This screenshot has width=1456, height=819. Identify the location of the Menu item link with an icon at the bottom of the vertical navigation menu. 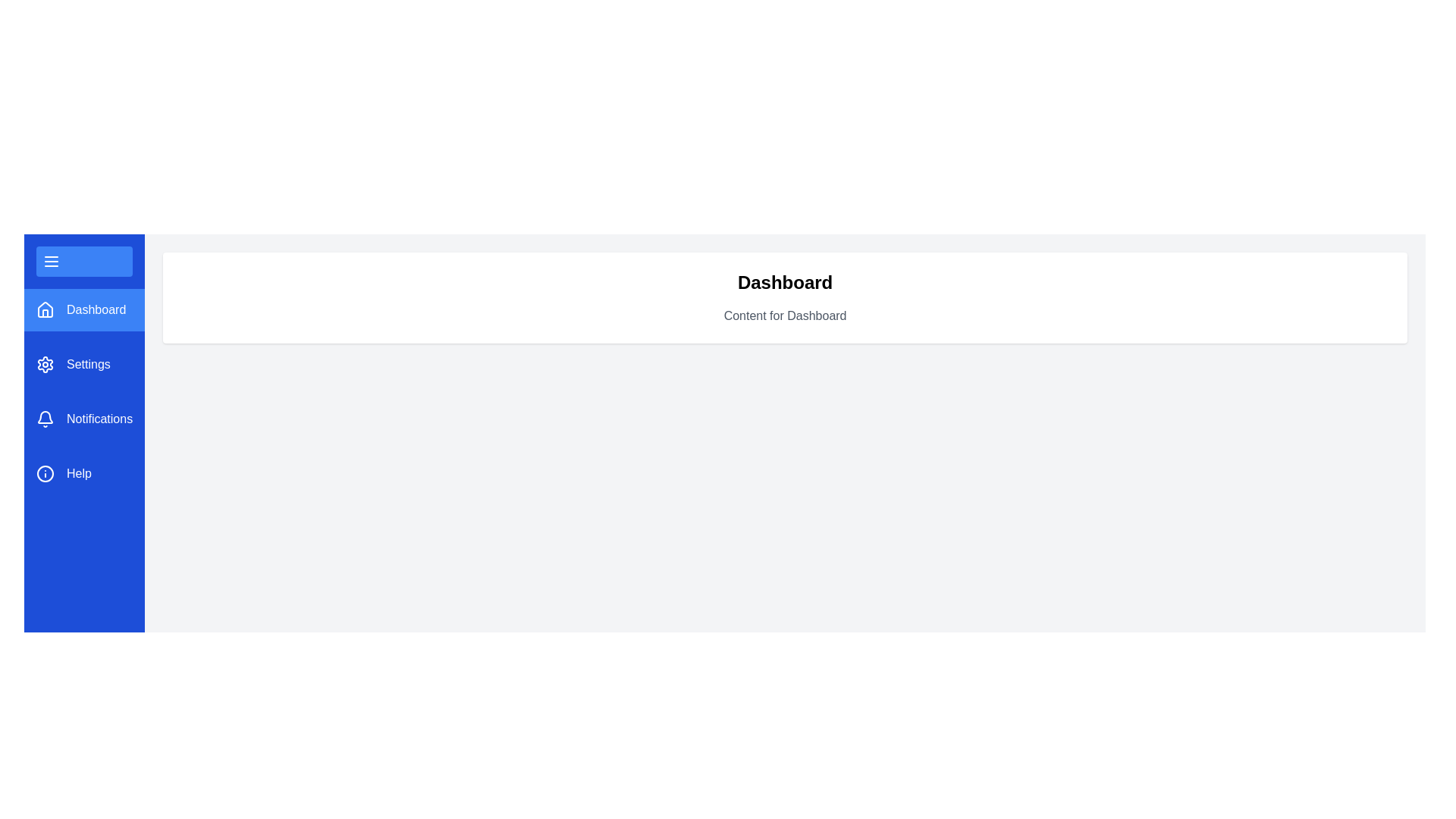
(83, 472).